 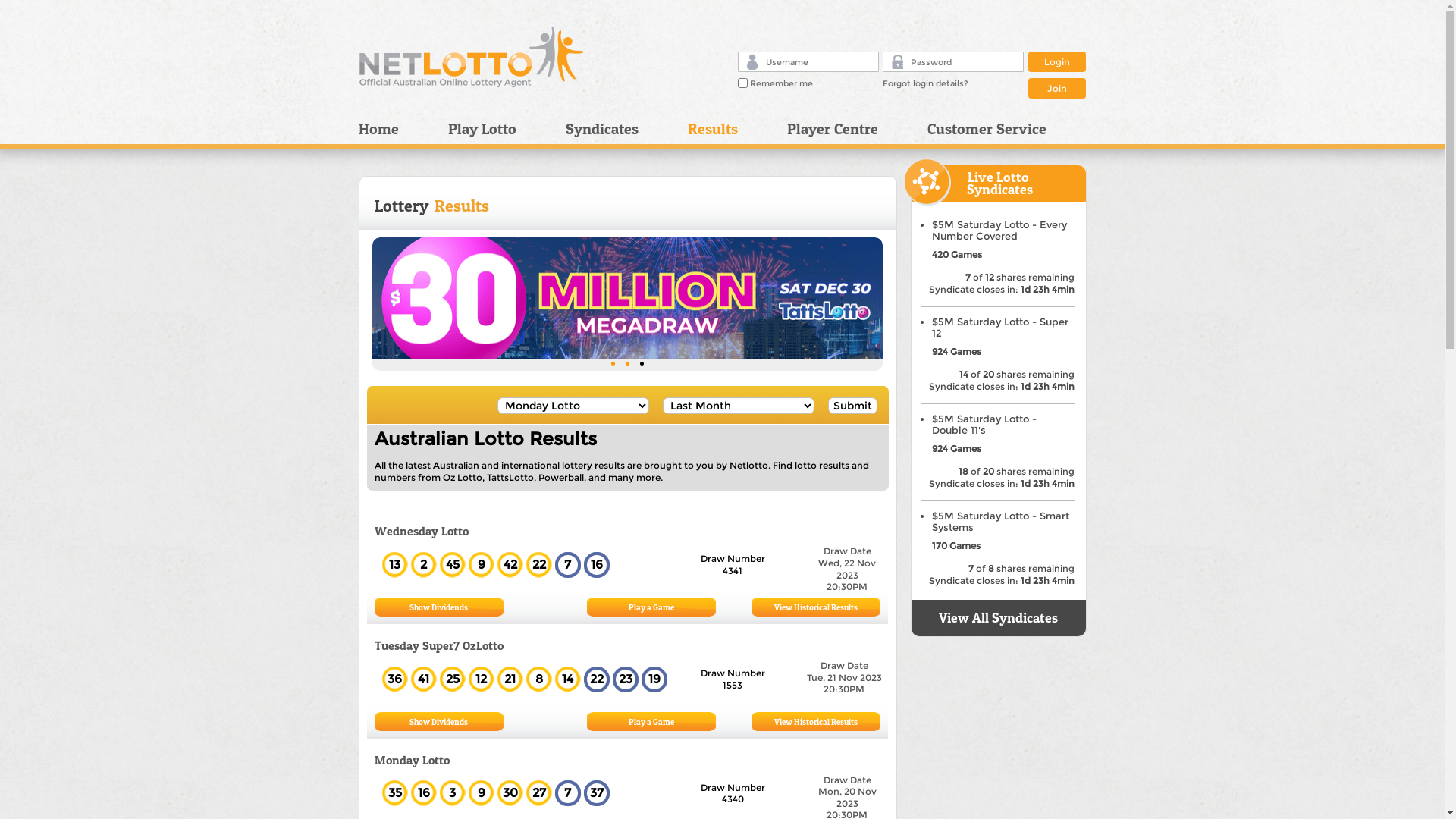 I want to click on '$5M Saturday Lotto - Smart Systems', so click(x=930, y=520).